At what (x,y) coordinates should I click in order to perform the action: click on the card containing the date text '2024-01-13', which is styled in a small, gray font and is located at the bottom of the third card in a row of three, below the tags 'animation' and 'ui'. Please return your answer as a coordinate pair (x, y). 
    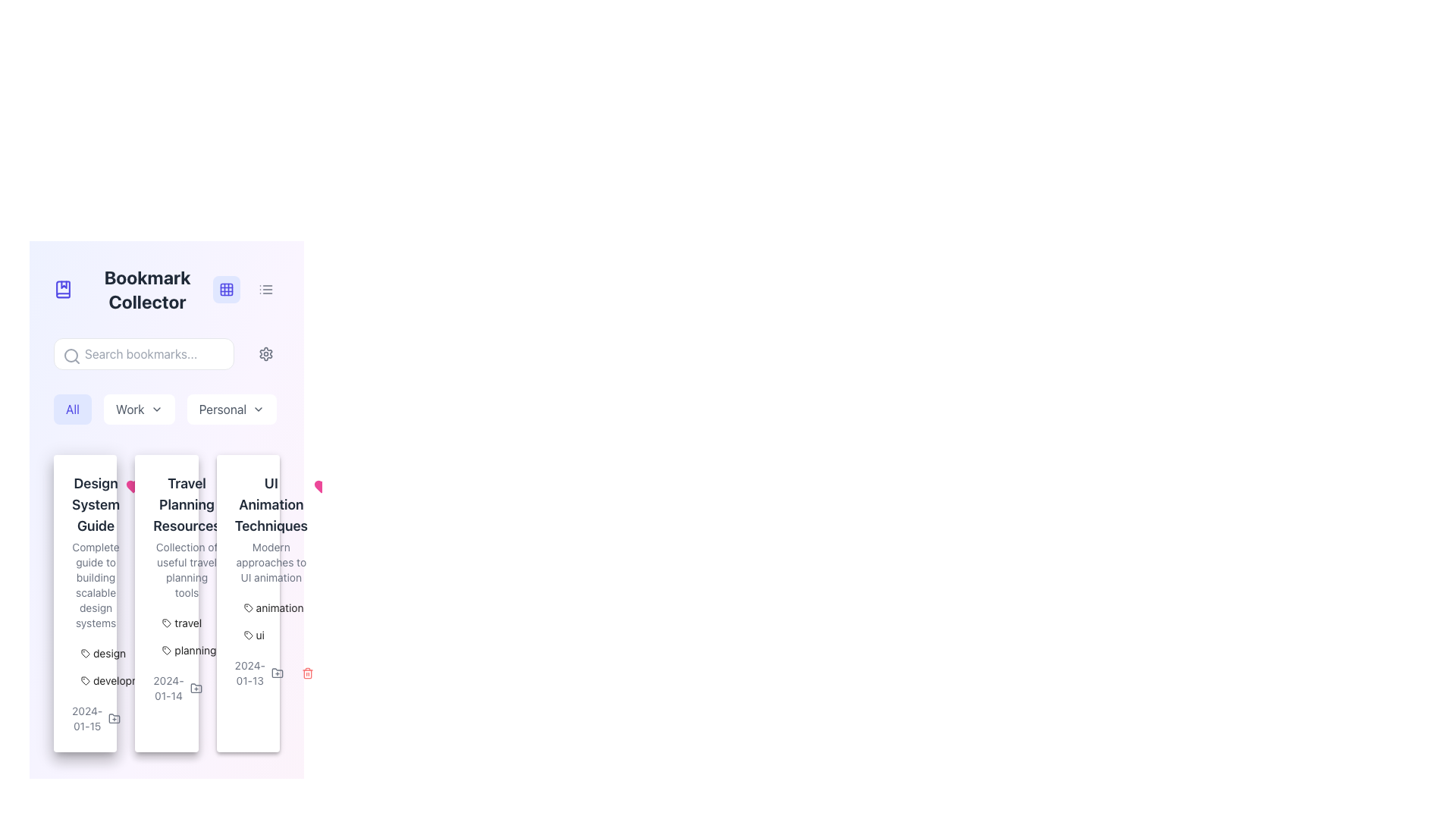
    Looking at the image, I should click on (248, 672).